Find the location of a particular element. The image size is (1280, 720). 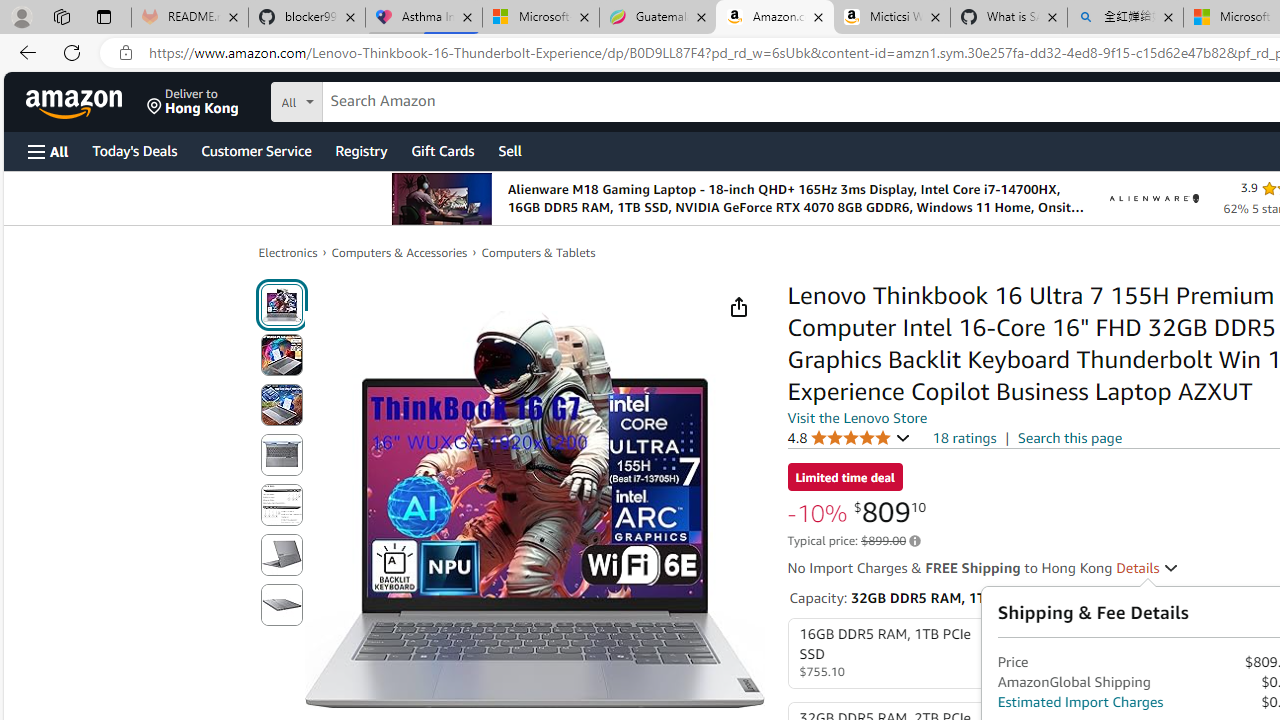

'Search in' is located at coordinates (371, 99).